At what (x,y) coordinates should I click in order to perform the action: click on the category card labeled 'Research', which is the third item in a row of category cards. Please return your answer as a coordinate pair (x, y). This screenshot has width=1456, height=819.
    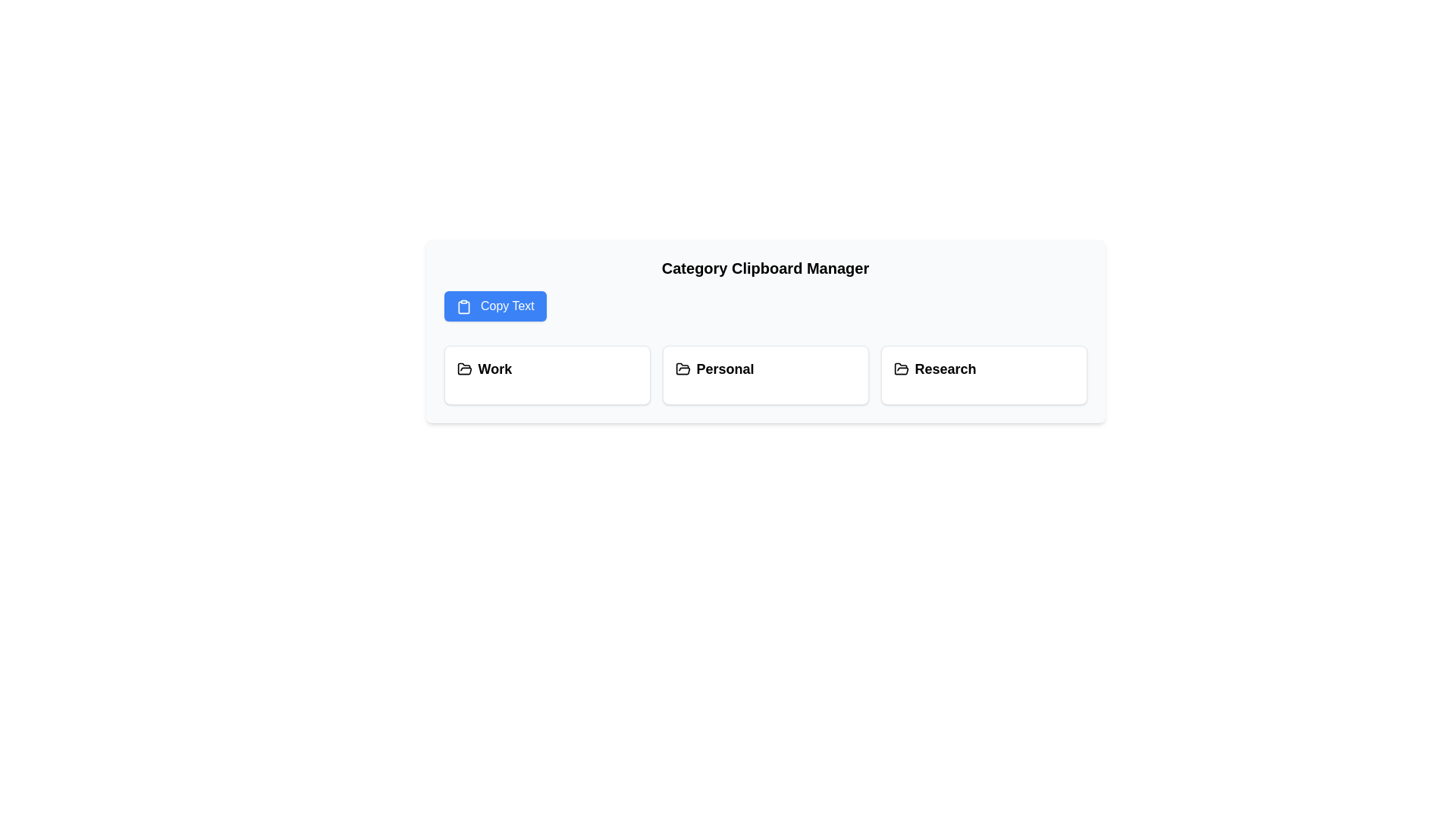
    Looking at the image, I should click on (984, 369).